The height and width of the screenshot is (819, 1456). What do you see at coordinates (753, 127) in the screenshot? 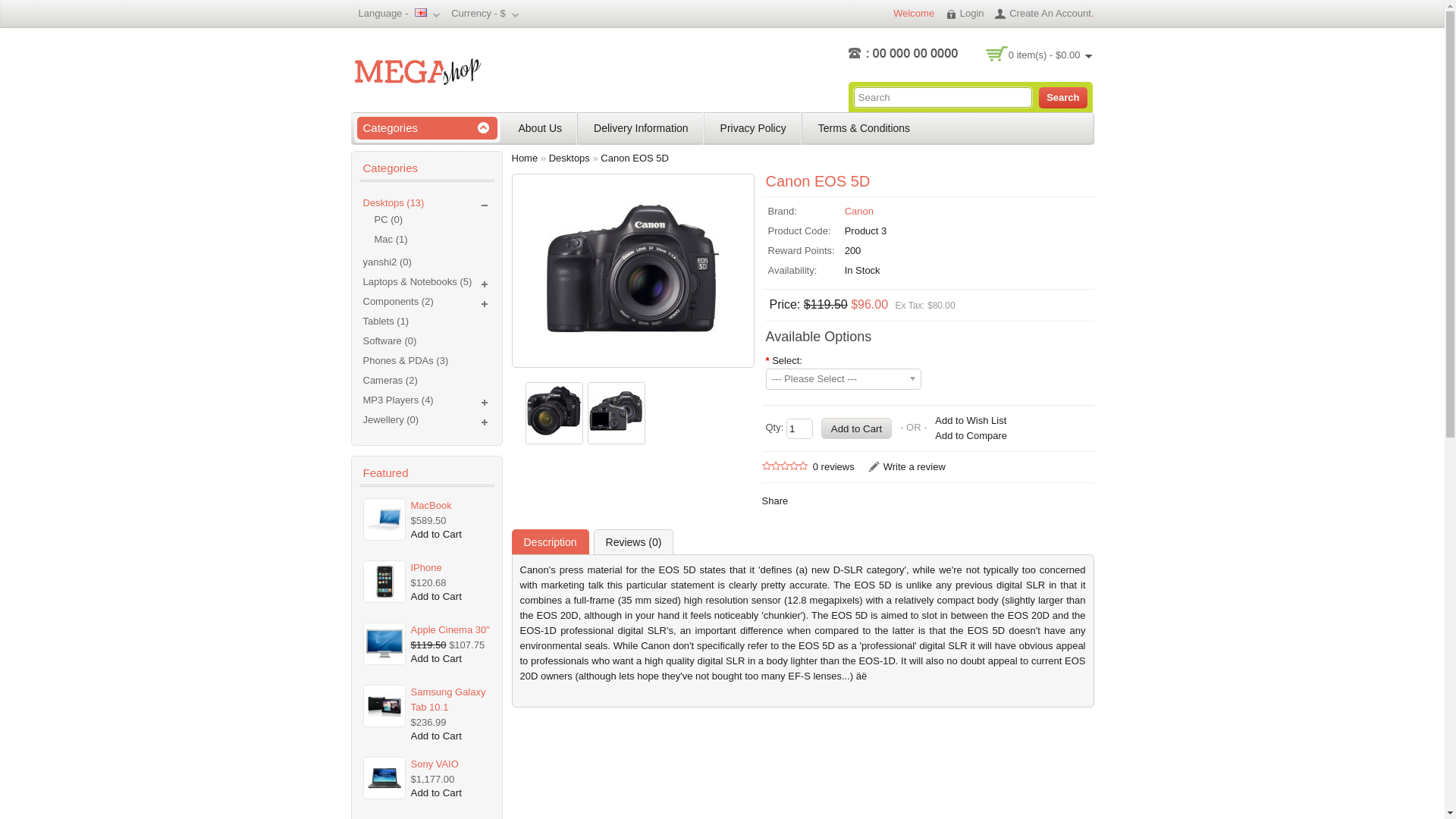
I see `'Privacy Policy'` at bounding box center [753, 127].